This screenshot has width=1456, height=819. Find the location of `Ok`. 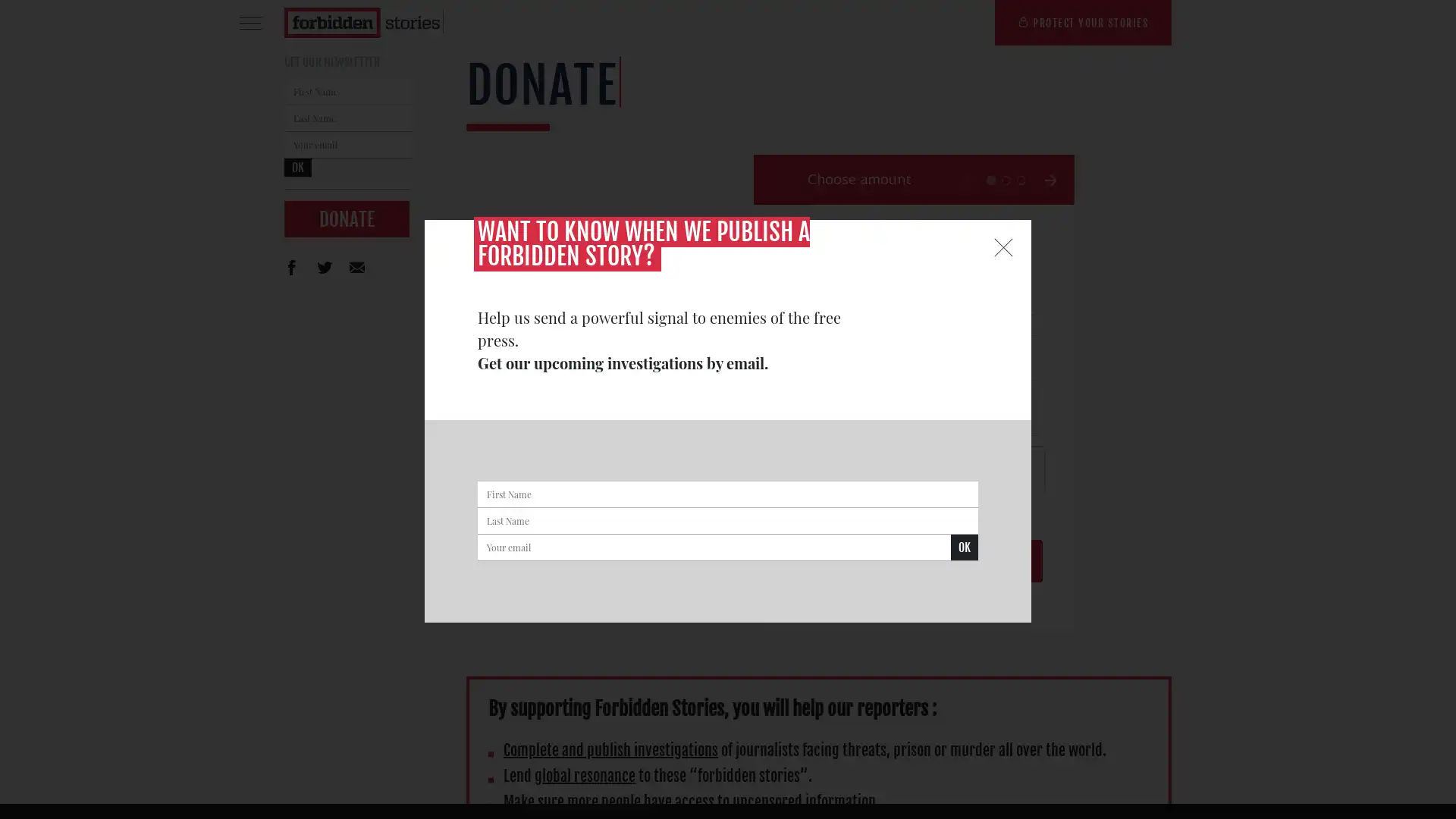

Ok is located at coordinates (298, 168).